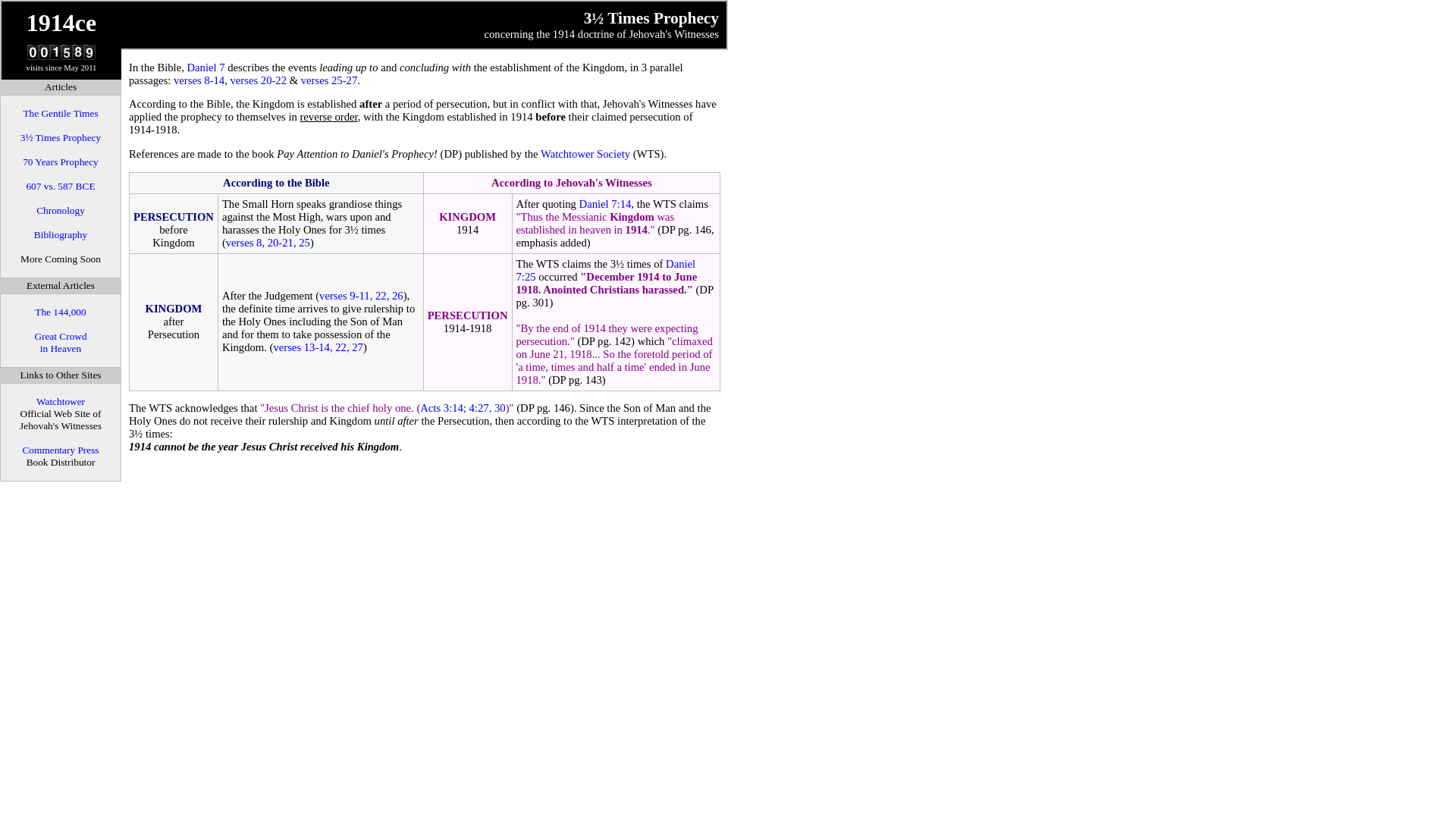 Image resolution: width=1456 pixels, height=819 pixels. Describe the element at coordinates (60, 449) in the screenshot. I see `'Commentary Press'` at that location.